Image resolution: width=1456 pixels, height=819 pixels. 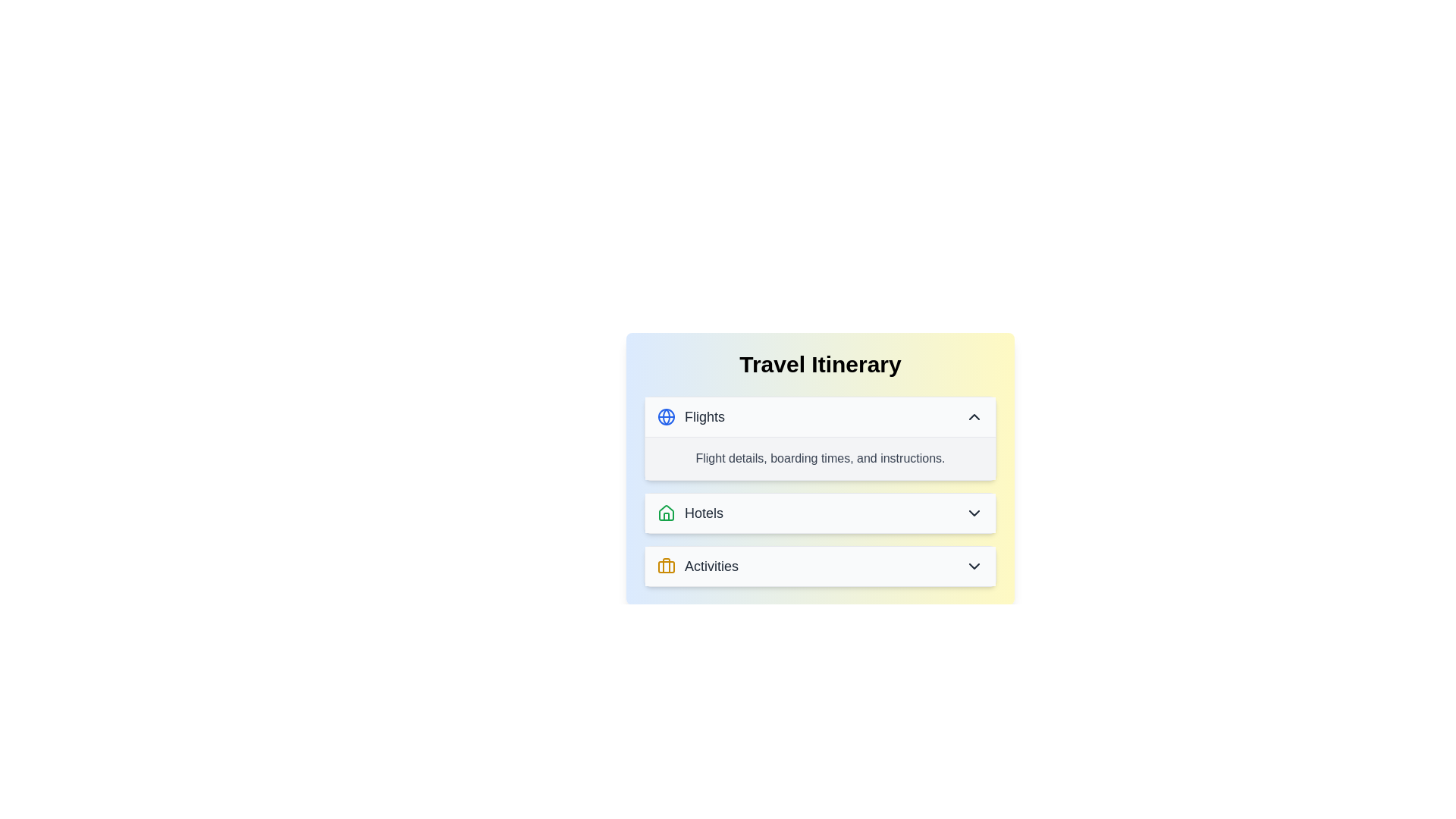 I want to click on the 'Flights' header item, which features a blue globe icon and bold dark gray text, so click(x=690, y=417).